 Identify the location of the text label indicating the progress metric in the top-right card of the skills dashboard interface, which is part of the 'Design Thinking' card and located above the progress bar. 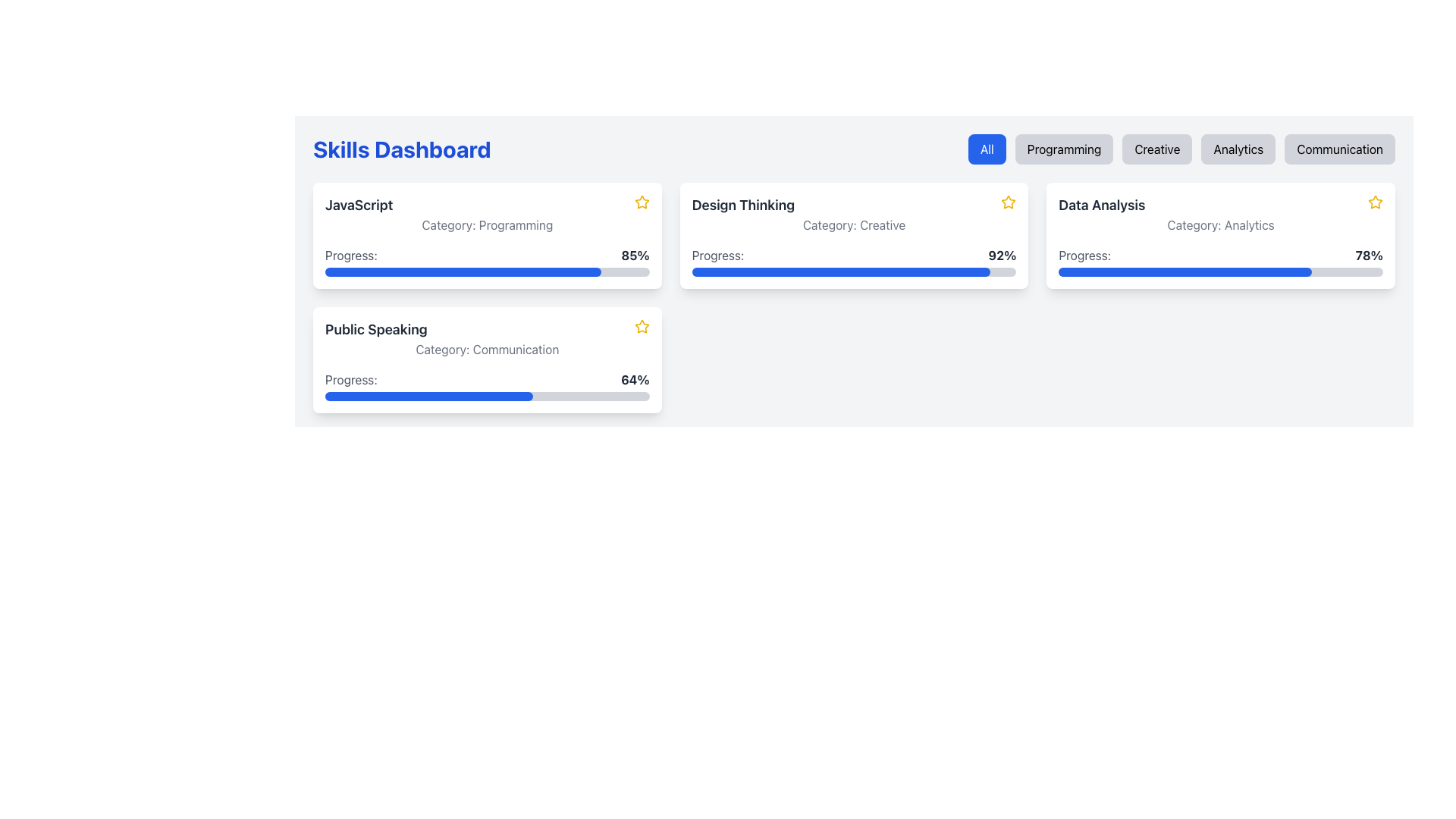
(717, 254).